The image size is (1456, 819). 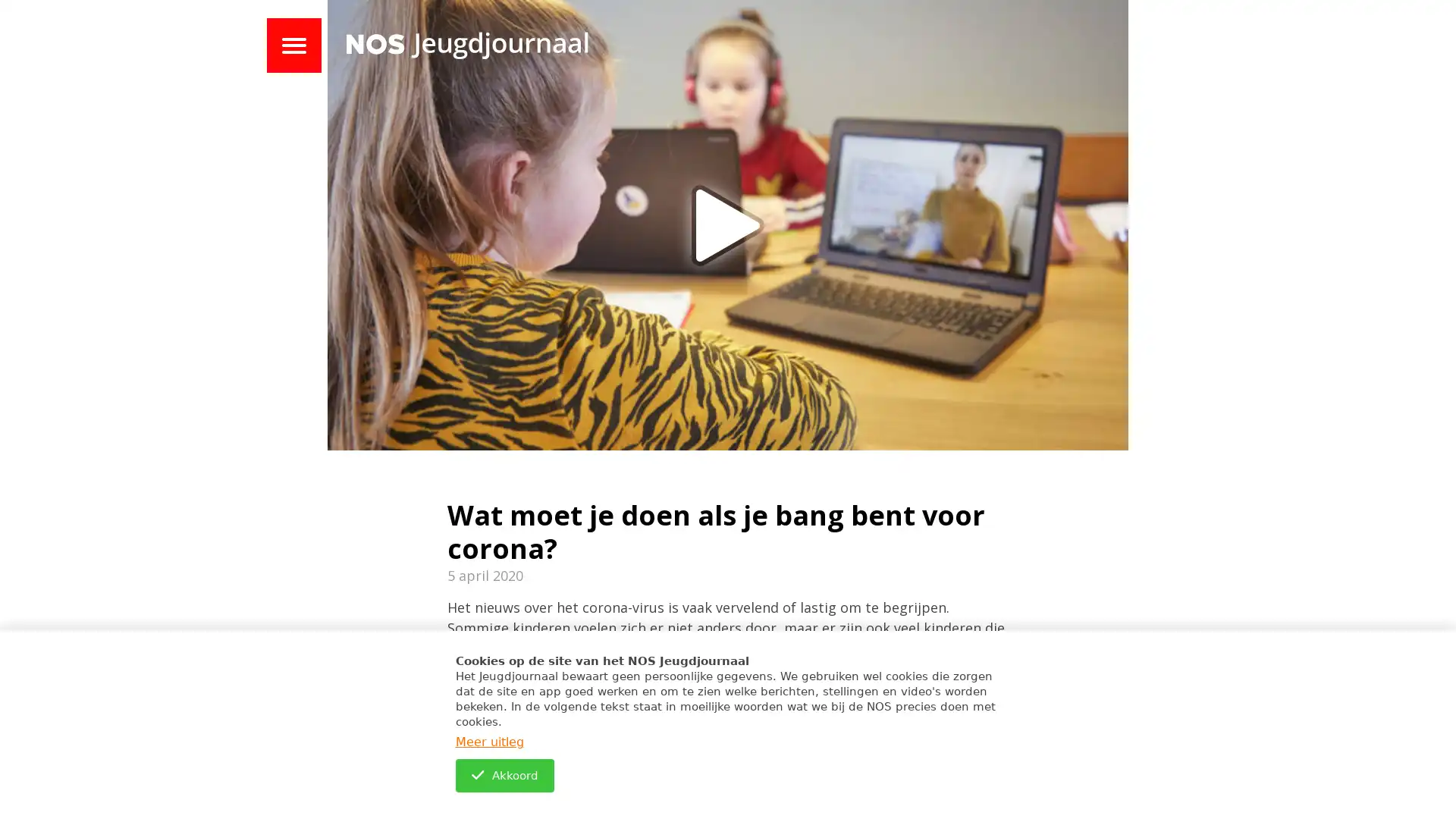 What do you see at coordinates (504, 775) in the screenshot?
I see `Akkoord` at bounding box center [504, 775].